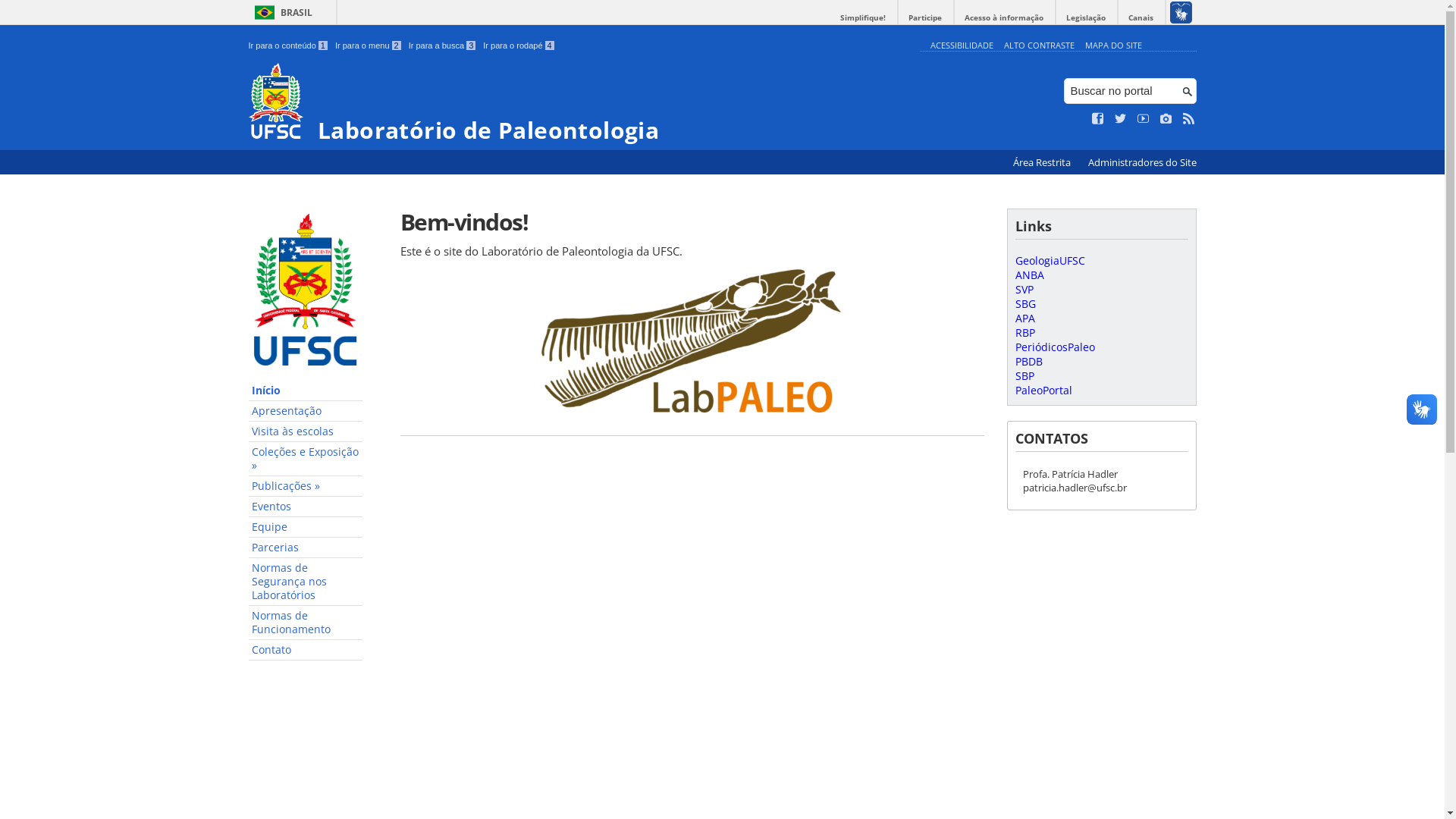 Image resolution: width=1456 pixels, height=819 pixels. I want to click on 'Siga no Twitter', so click(1121, 118).